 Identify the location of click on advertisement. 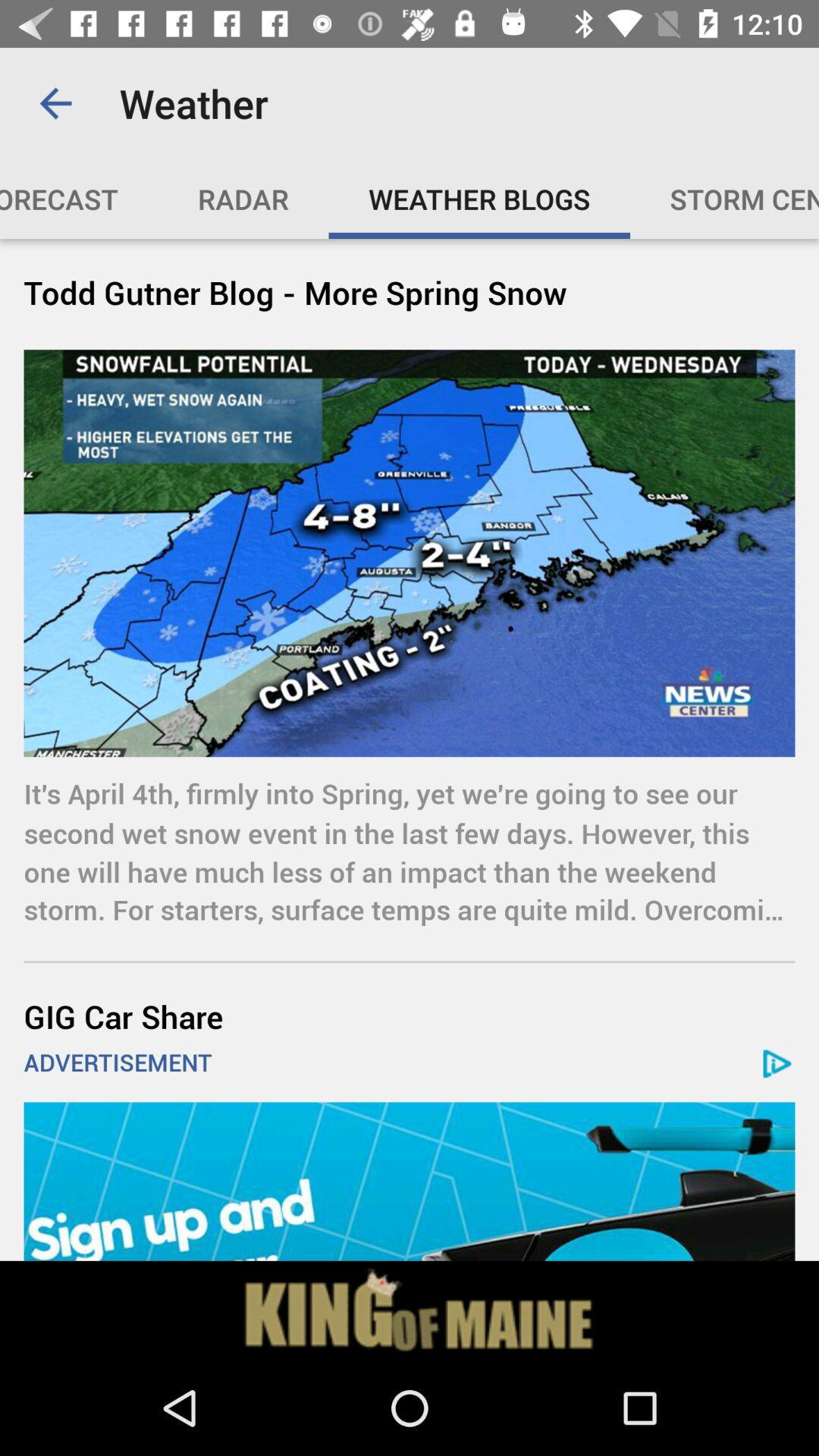
(409, 1310).